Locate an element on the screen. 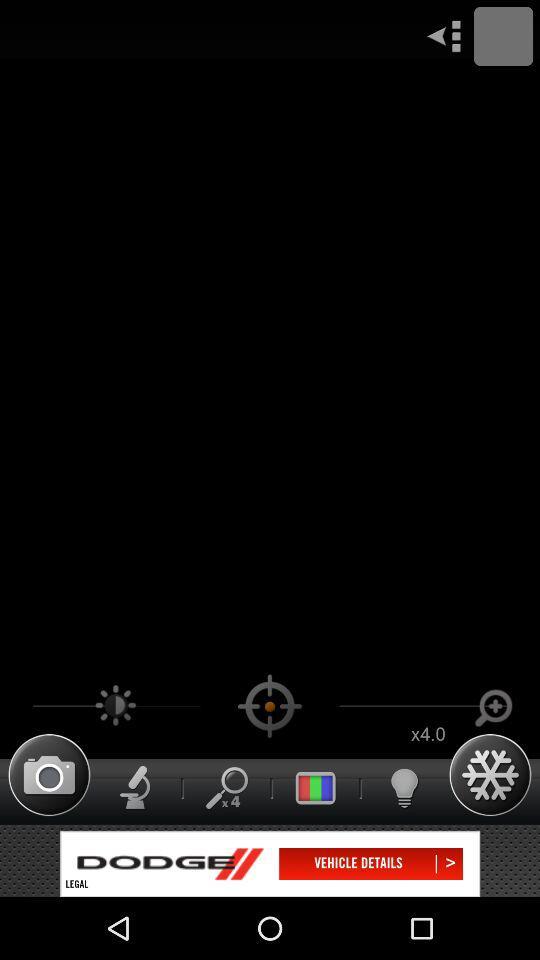 The height and width of the screenshot is (960, 540). the thumbs_up icon is located at coordinates (135, 842).